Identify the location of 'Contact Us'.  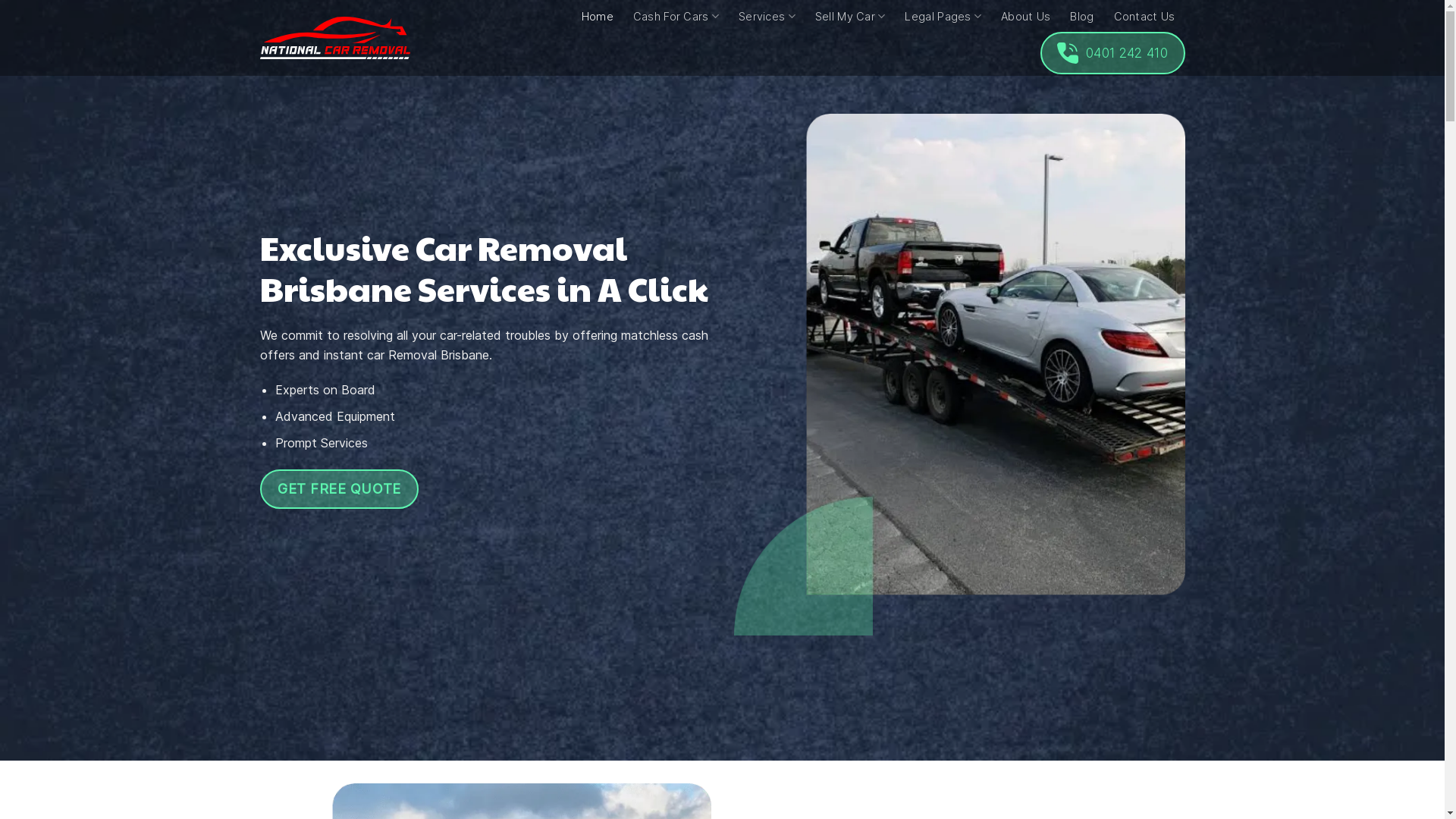
(1144, 17).